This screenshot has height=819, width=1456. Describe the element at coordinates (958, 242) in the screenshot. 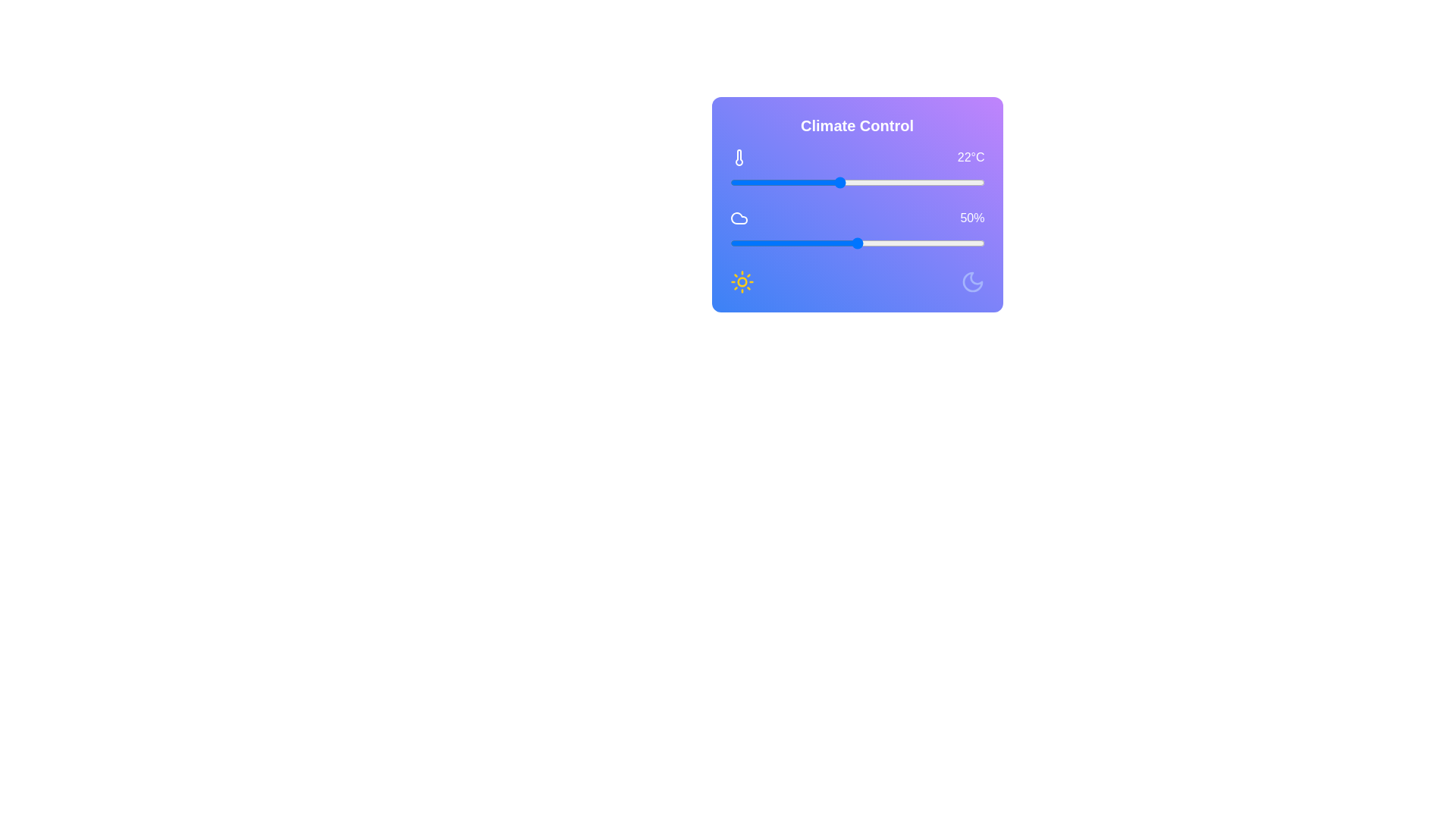

I see `the slider value` at that location.